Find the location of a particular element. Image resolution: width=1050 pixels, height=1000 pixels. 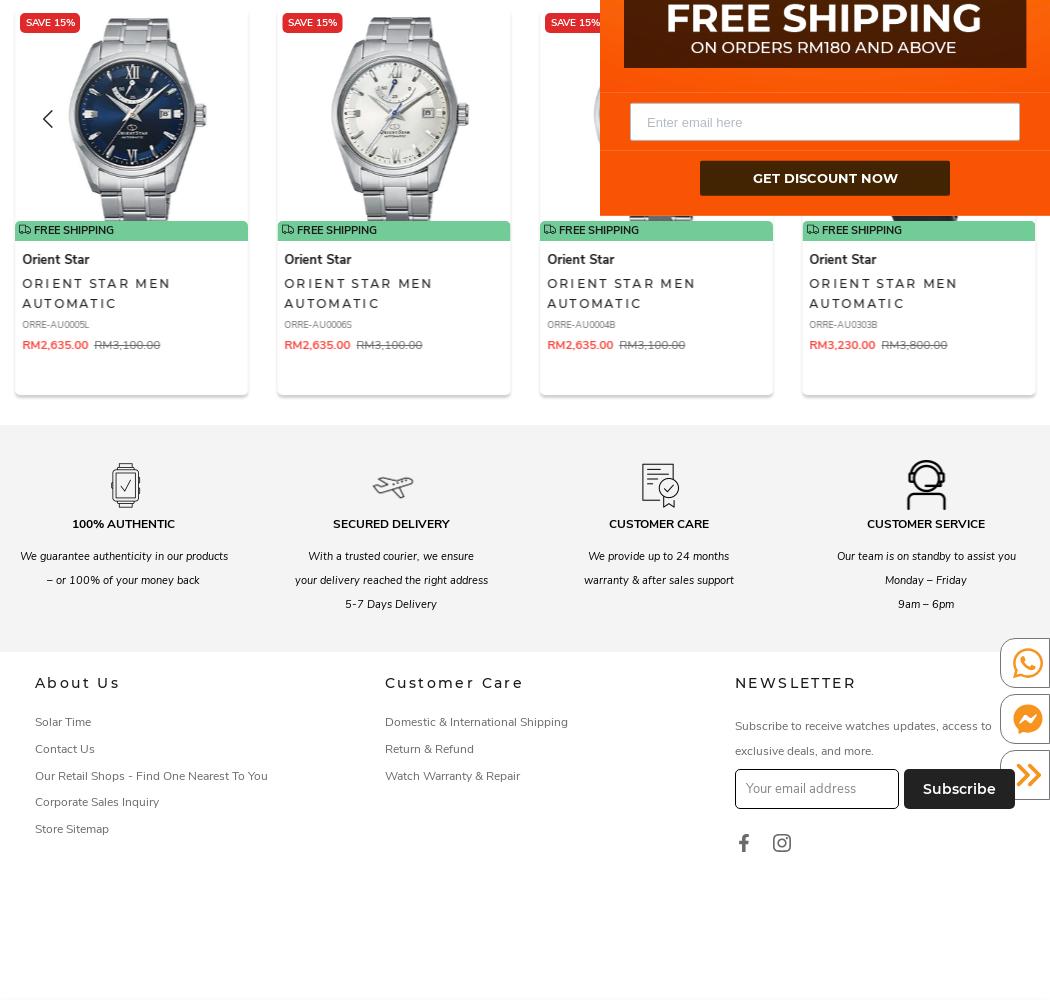

'Corporate Sales Inquiry' is located at coordinates (97, 802).